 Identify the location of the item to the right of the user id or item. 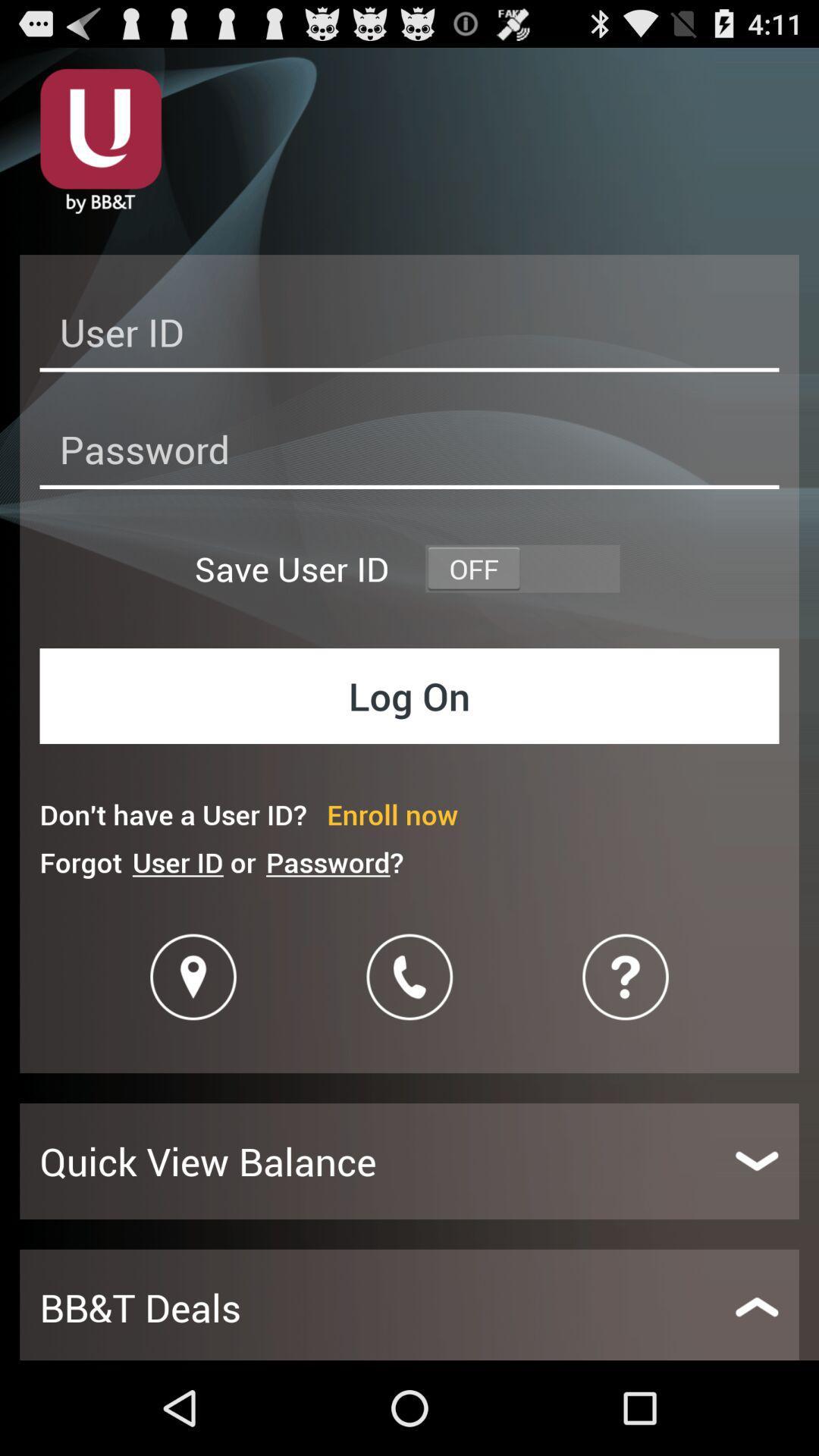
(334, 862).